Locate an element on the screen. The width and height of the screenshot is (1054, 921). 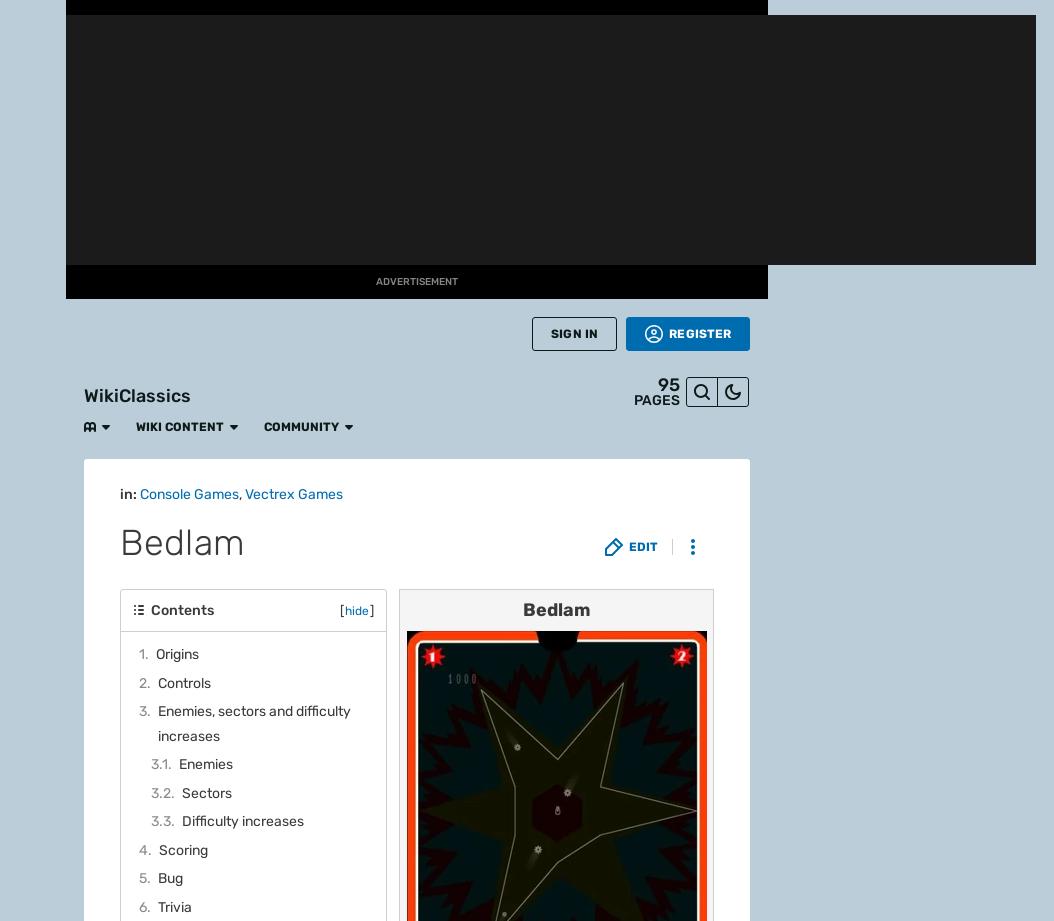
'TV' is located at coordinates (32, 500).